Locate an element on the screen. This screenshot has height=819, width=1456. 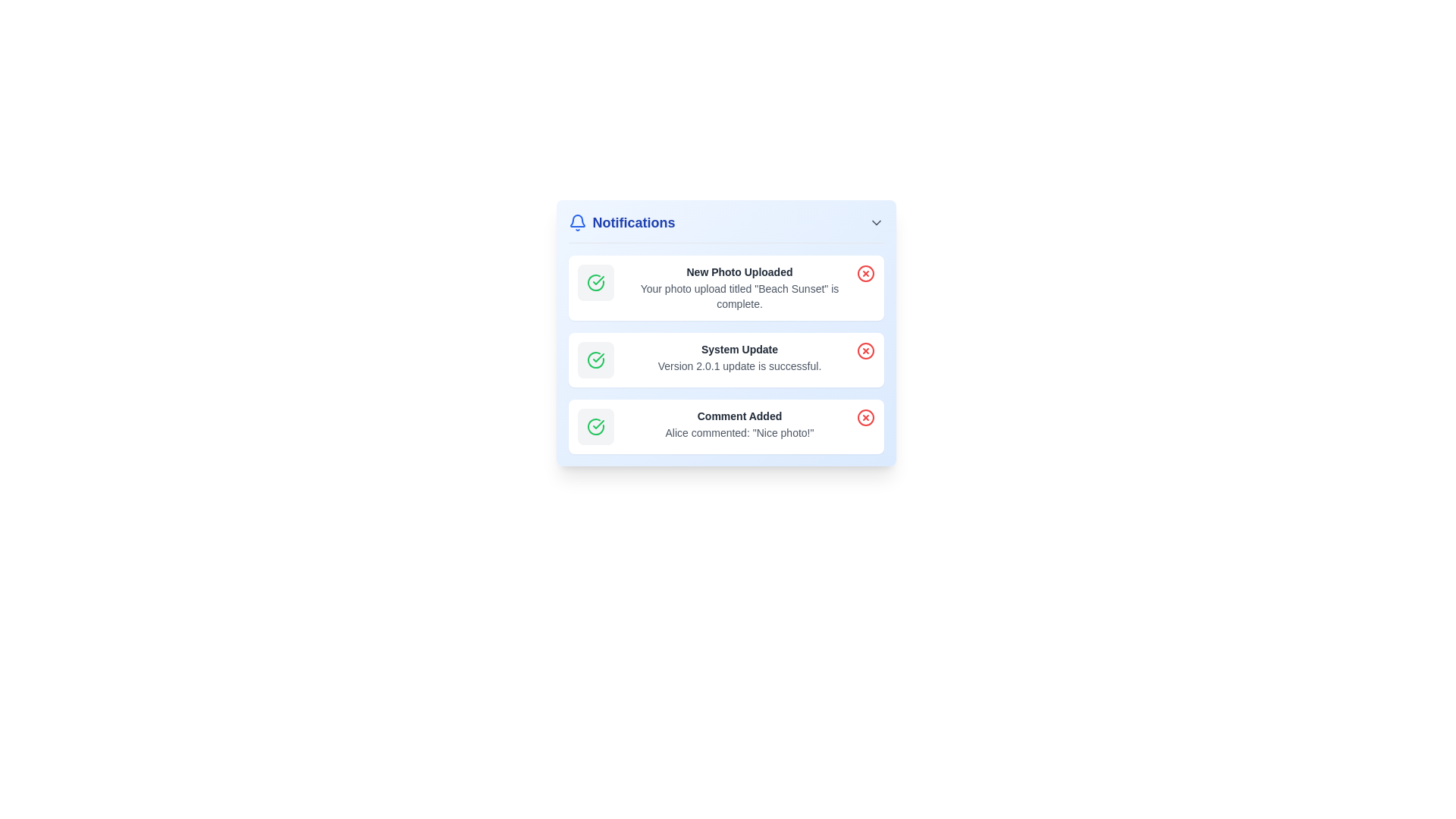
the Decorative icon with a green checkmark inside a white background, located to the left of the 'System Update' title in the notification list is located at coordinates (595, 359).